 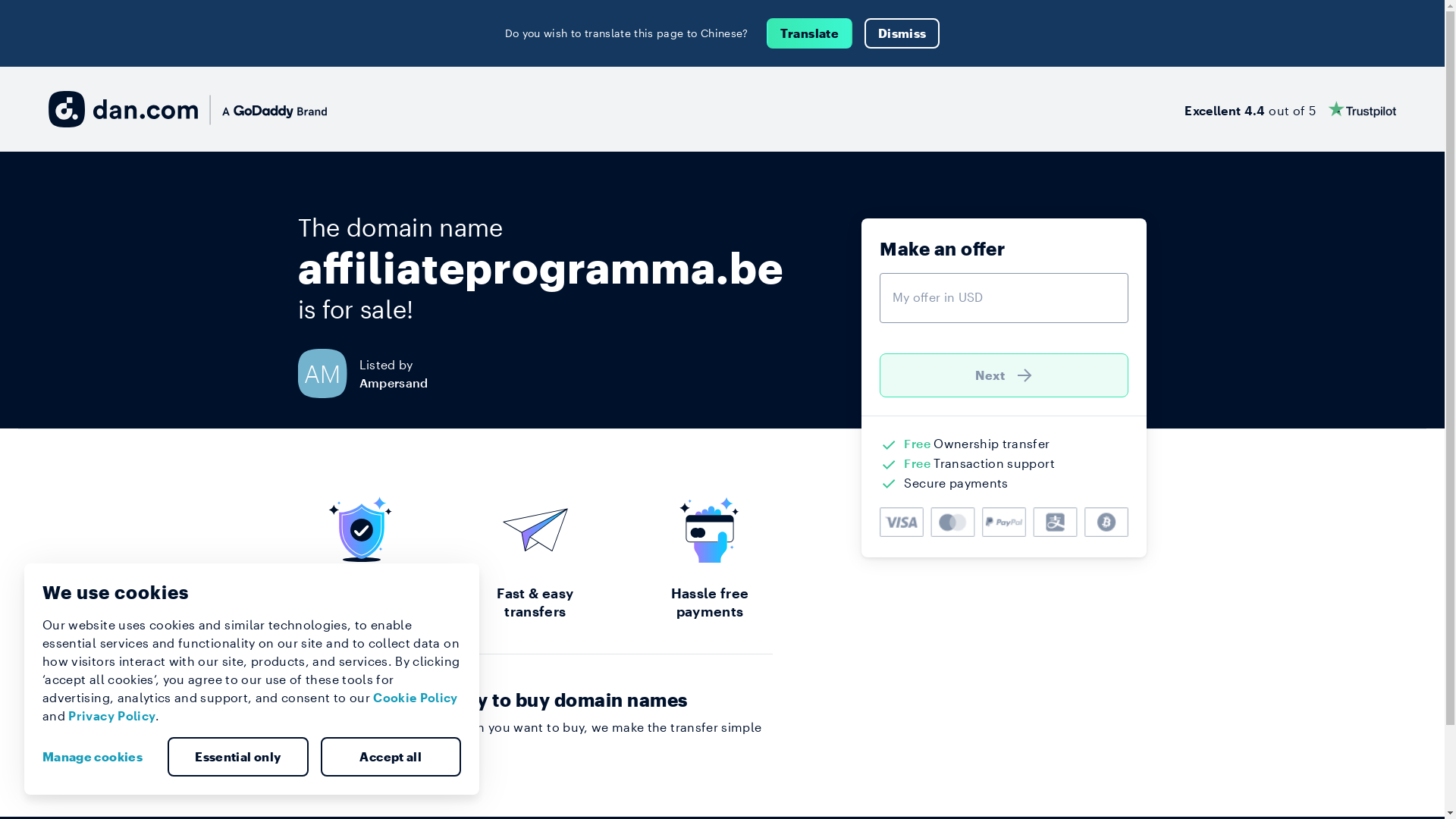 What do you see at coordinates (390, 757) in the screenshot?
I see `'Accept all'` at bounding box center [390, 757].